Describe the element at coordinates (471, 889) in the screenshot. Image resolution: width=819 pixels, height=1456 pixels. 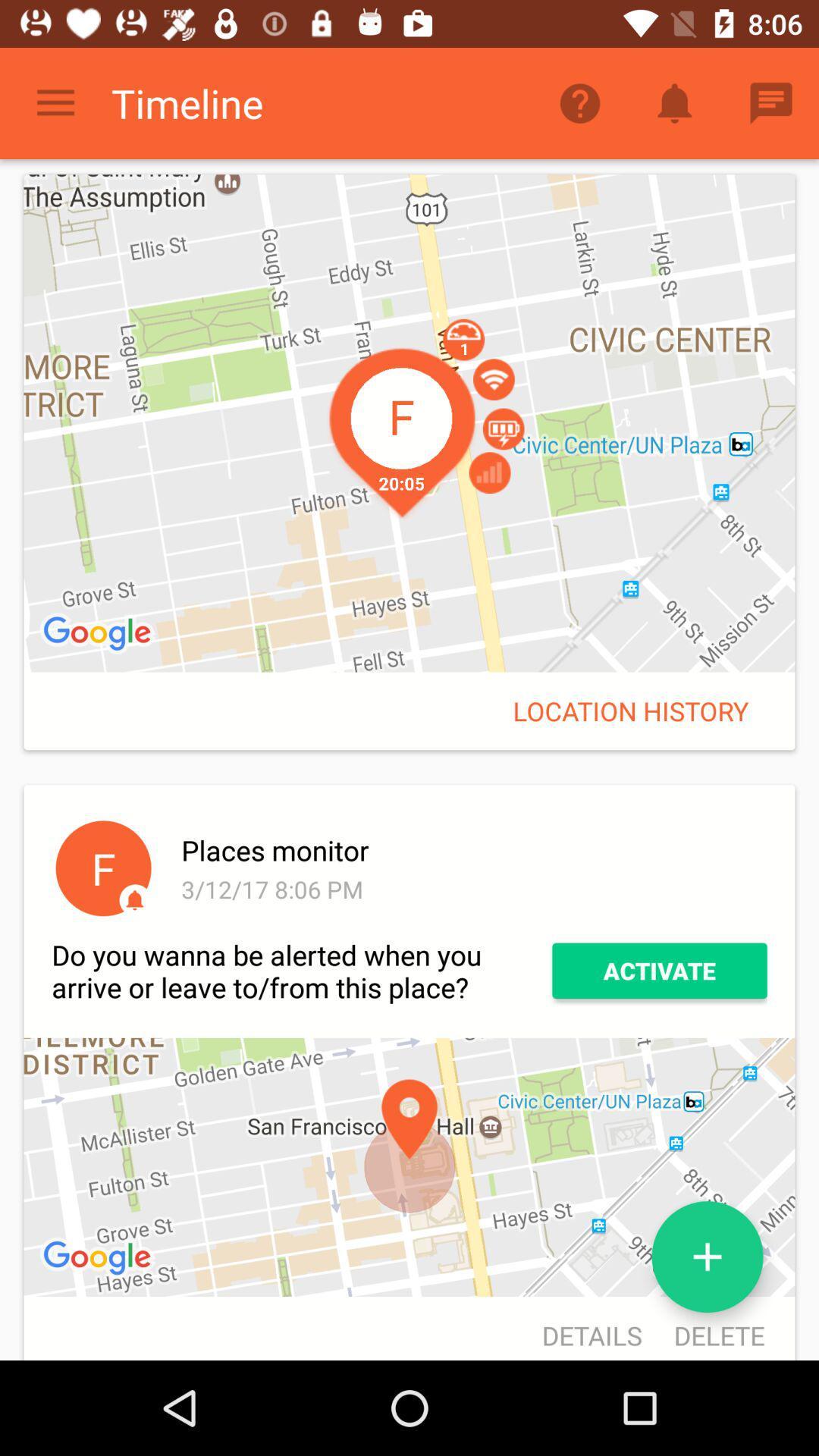
I see `the icon to the right of the f icon` at that location.